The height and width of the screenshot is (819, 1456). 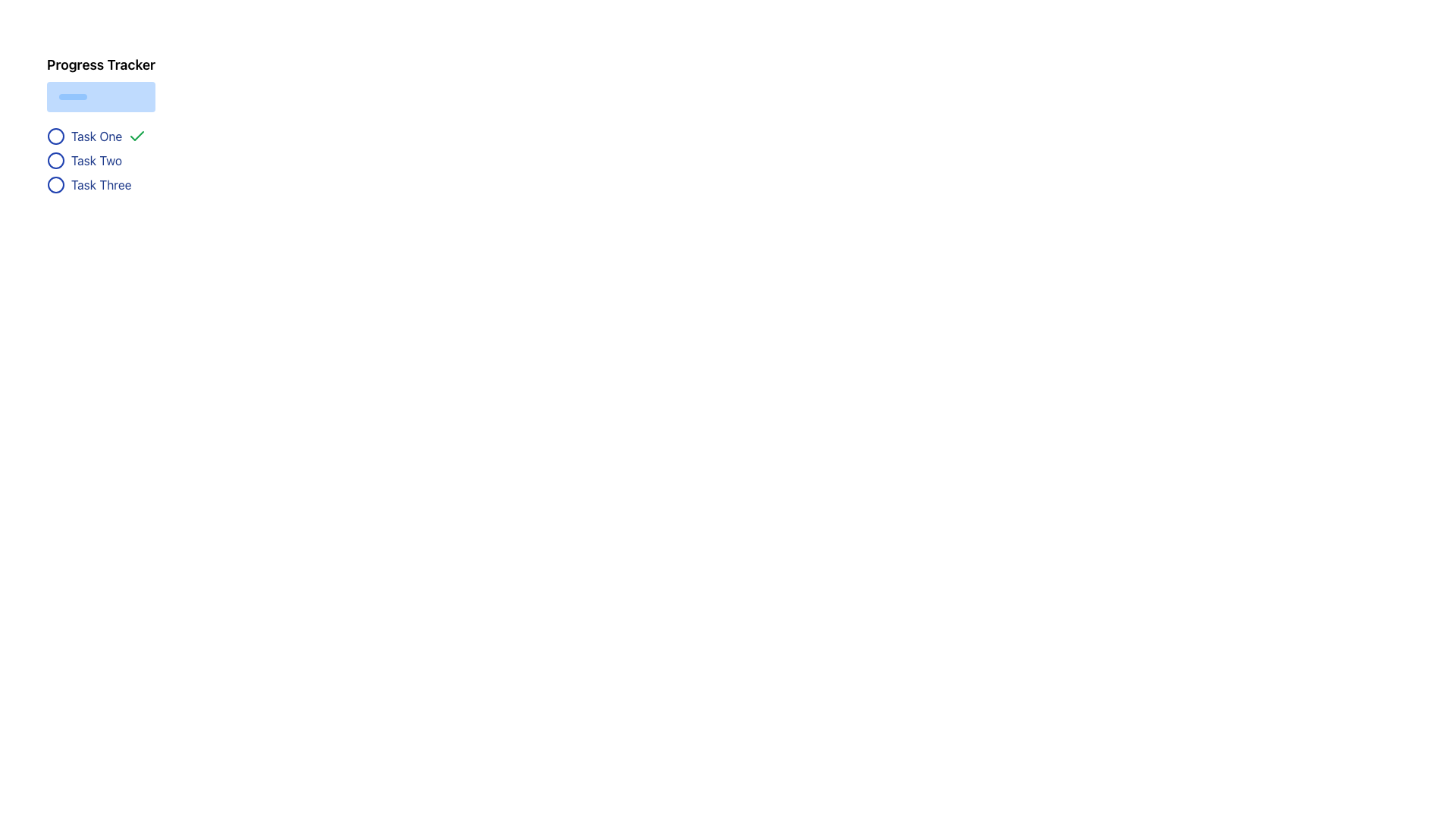 I want to click on the circular icon with a blue outline and white fill located to the left of the label 'Task Two', so click(x=55, y=161).